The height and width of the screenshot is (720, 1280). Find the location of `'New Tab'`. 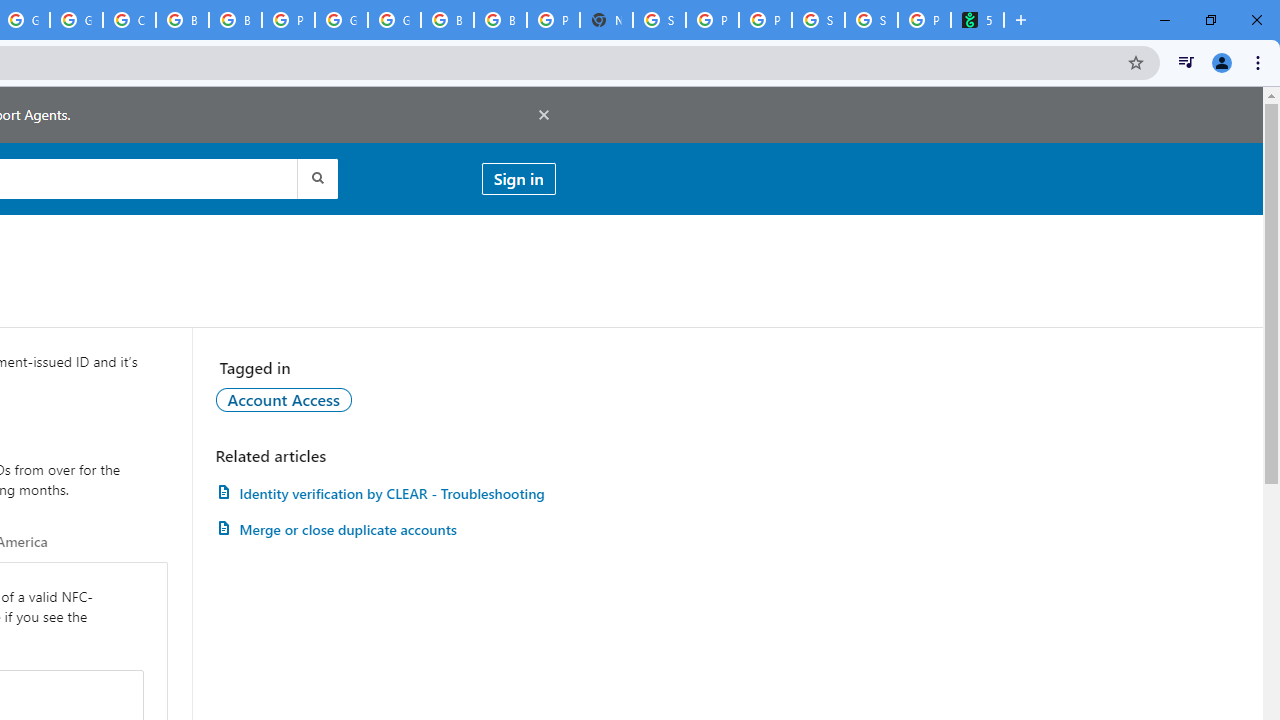

'New Tab' is located at coordinates (605, 20).